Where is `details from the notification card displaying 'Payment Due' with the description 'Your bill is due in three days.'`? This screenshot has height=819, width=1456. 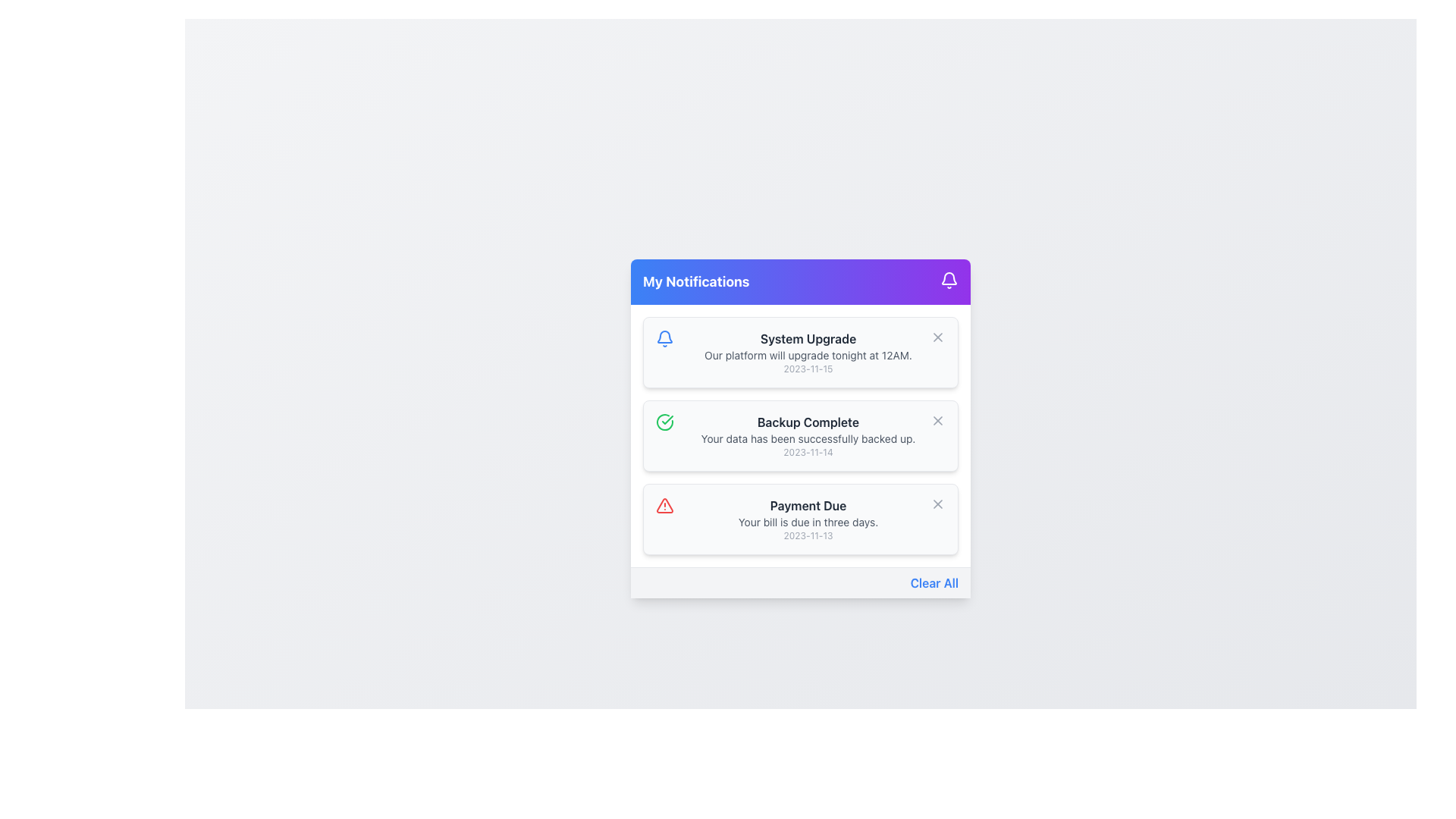 details from the notification card displaying 'Payment Due' with the description 'Your bill is due in three days.' is located at coordinates (800, 517).